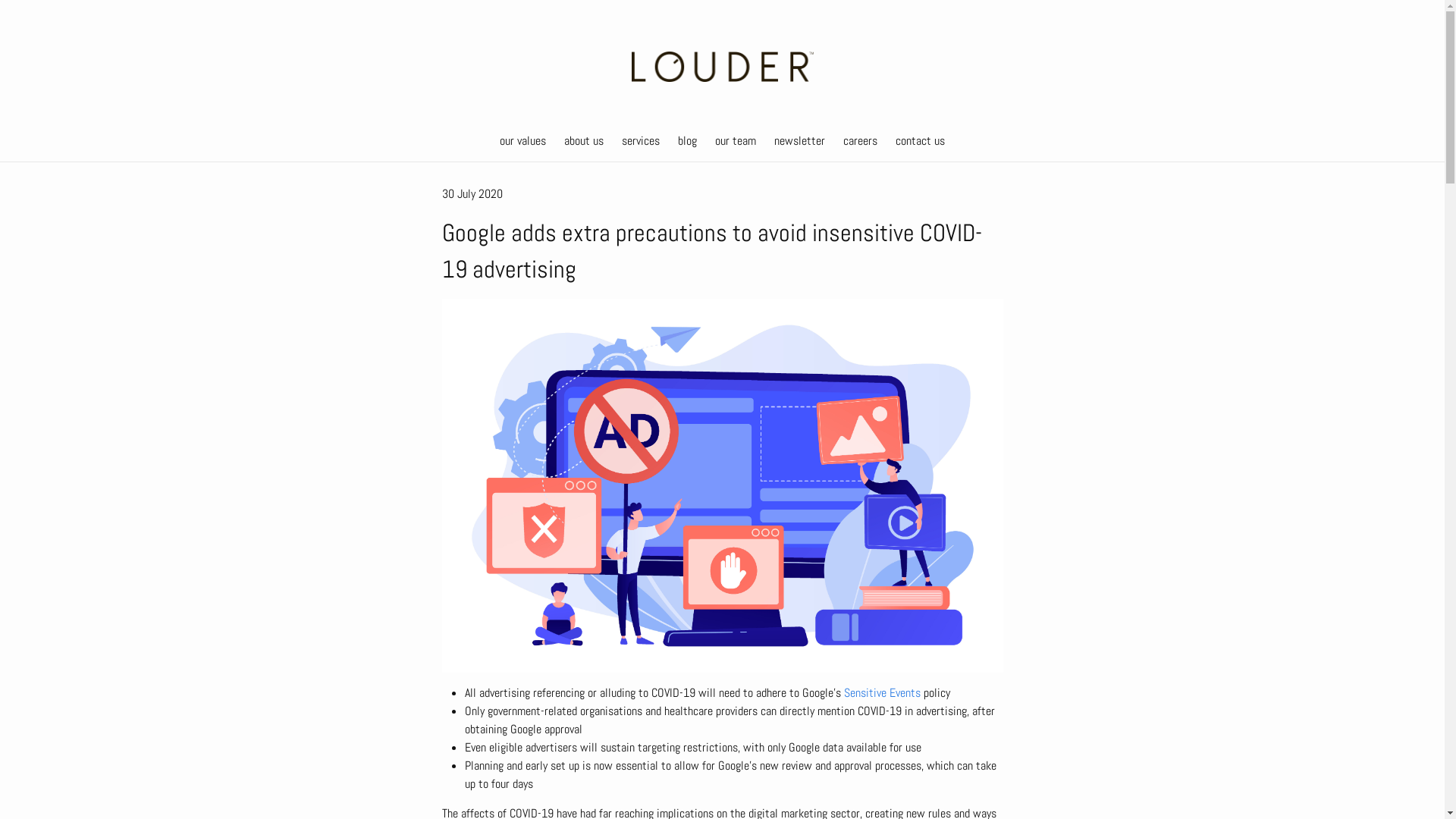 The height and width of the screenshot is (819, 1456). I want to click on 'services', so click(640, 140).